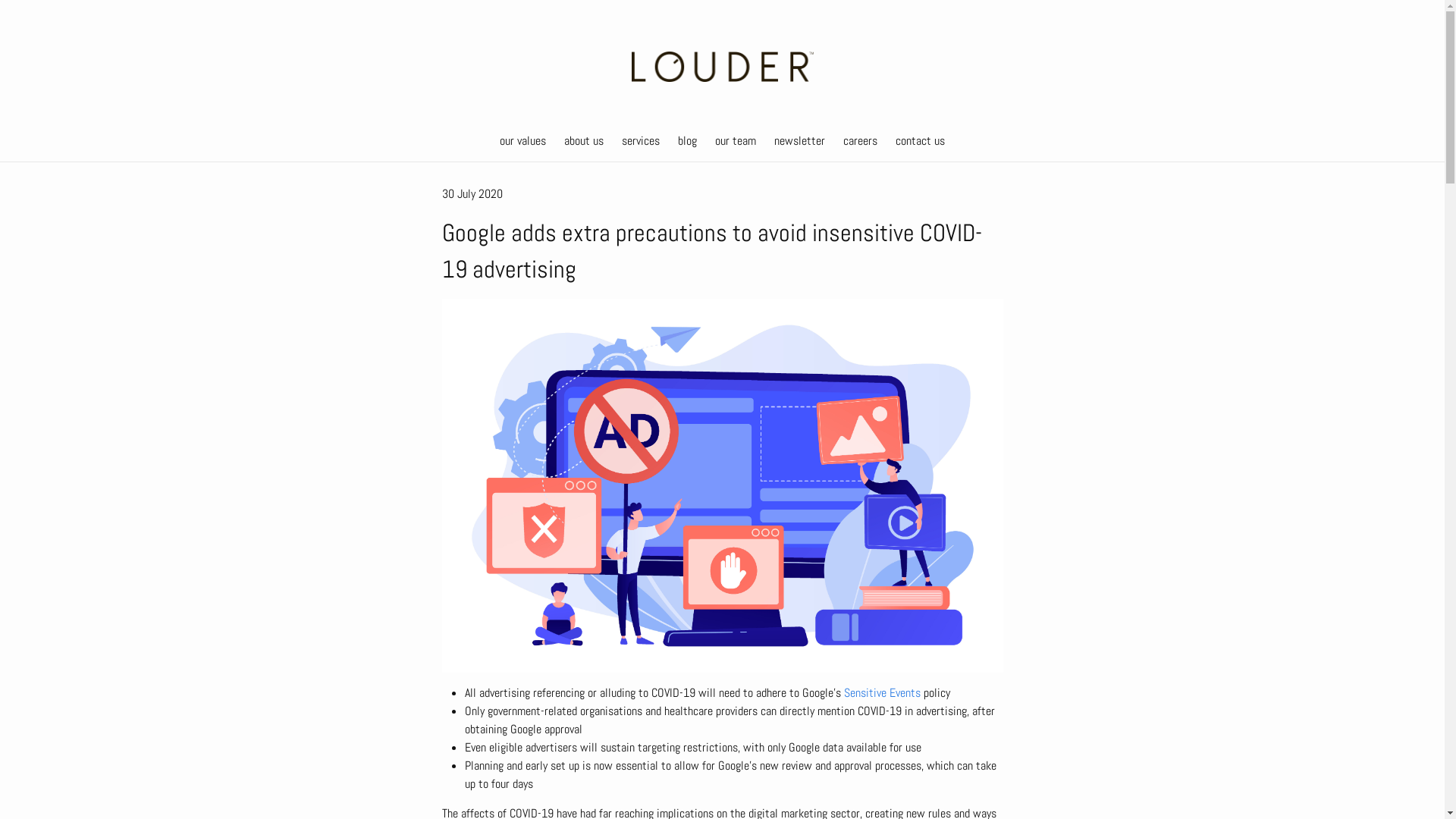 The height and width of the screenshot is (819, 1456). I want to click on 'services', so click(640, 140).